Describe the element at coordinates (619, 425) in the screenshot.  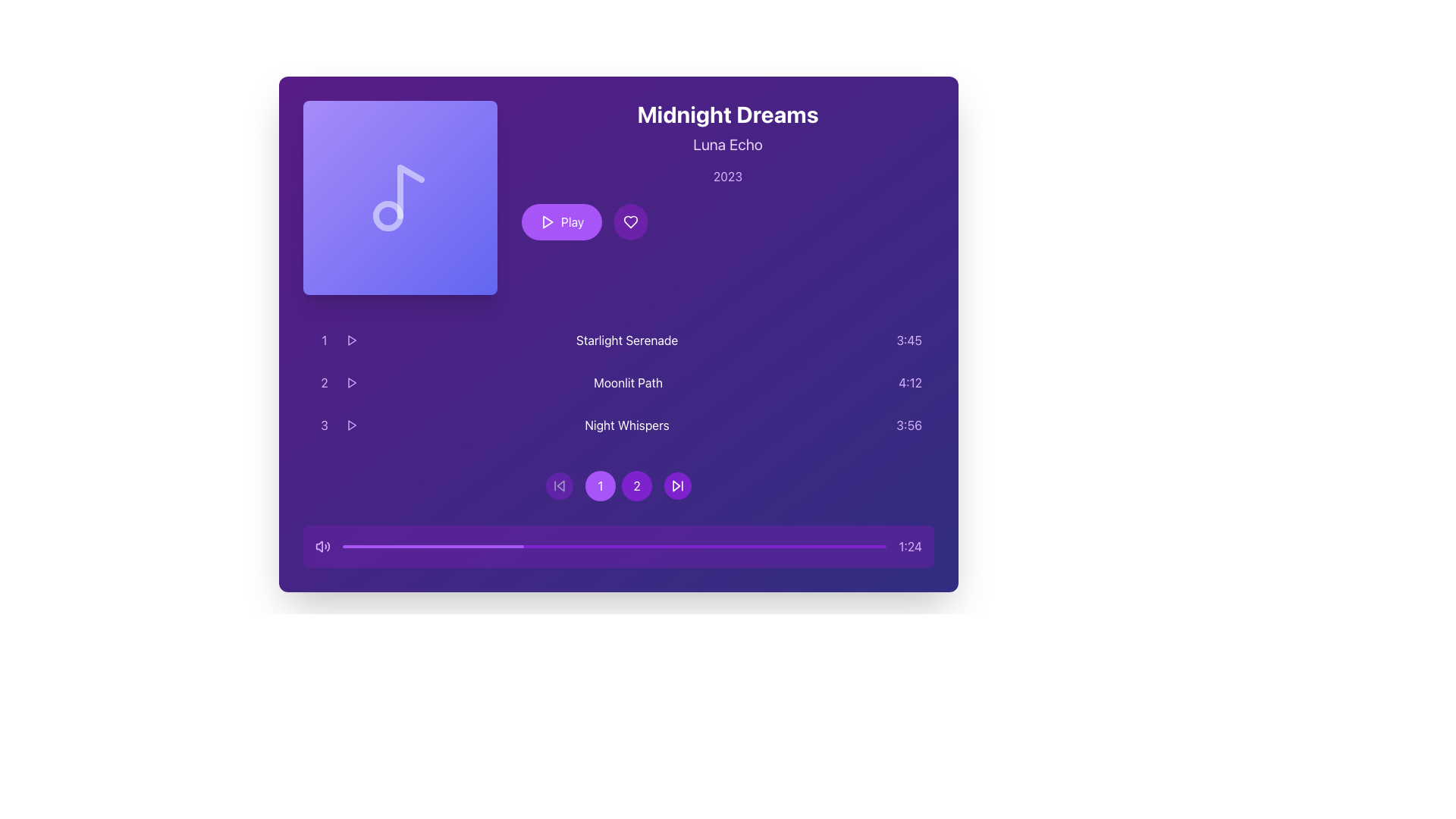
I see `the third item in the playlist representing the song 'Night Whispers'` at that location.